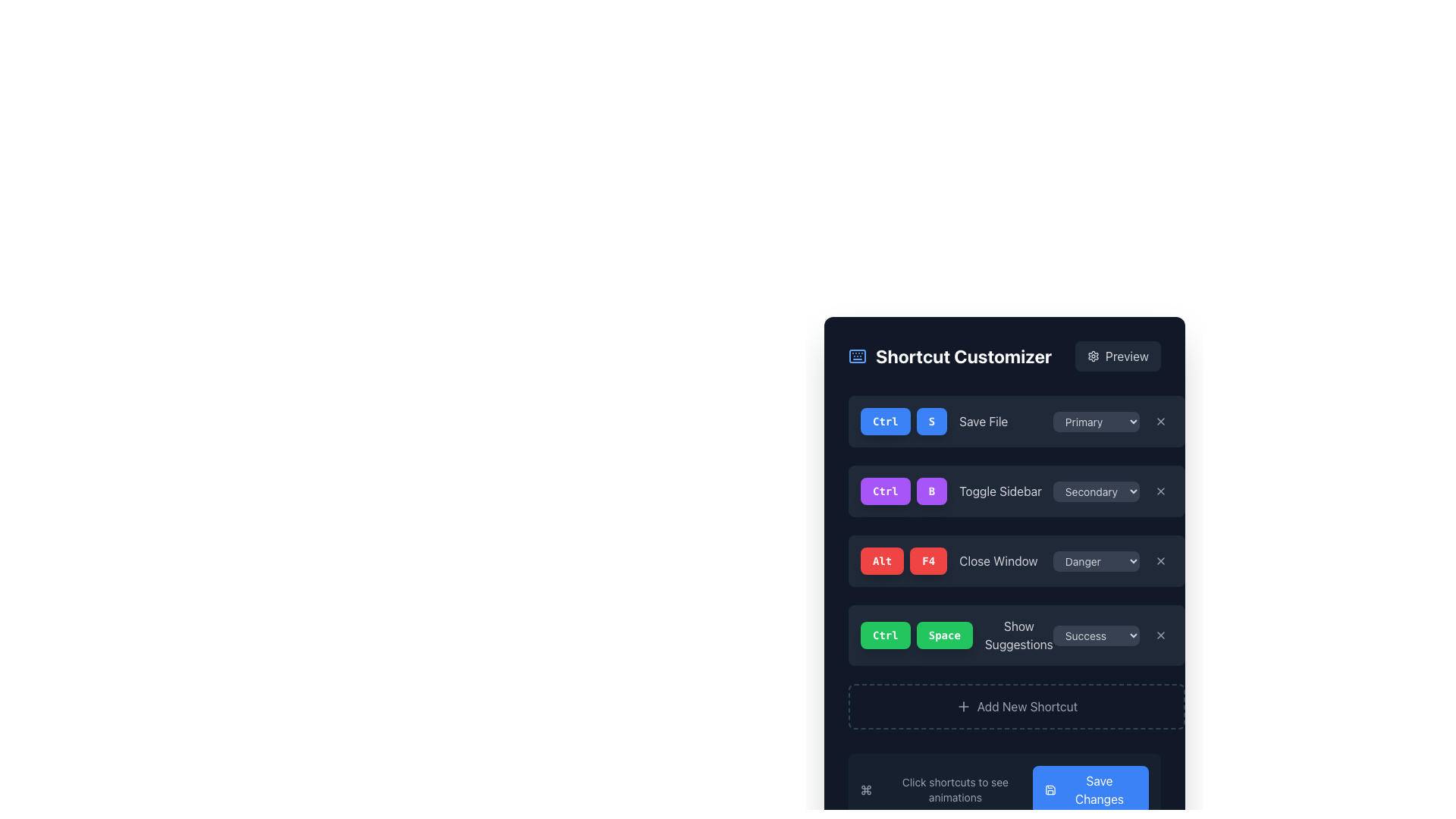 The image size is (1456, 819). Describe the element at coordinates (1016, 561) in the screenshot. I see `the third keyboard shortcut entry labeled 'Alt' and 'F4' with the description 'Close Window' and a 'Danger' dropdown in the right-side panel` at that location.